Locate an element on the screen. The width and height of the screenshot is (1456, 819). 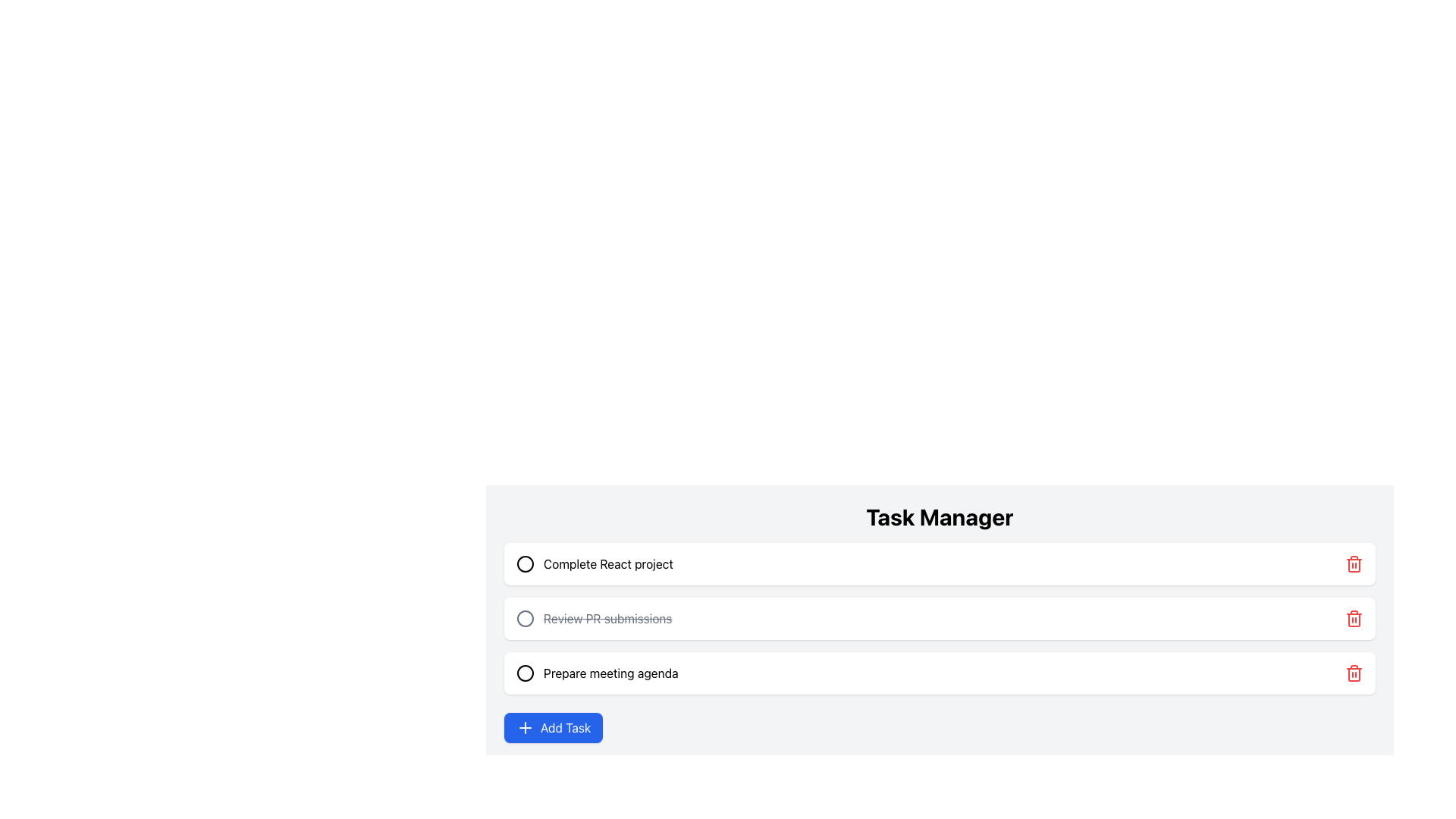
the task label located beneath the 'Task Manager' header is located at coordinates (594, 564).